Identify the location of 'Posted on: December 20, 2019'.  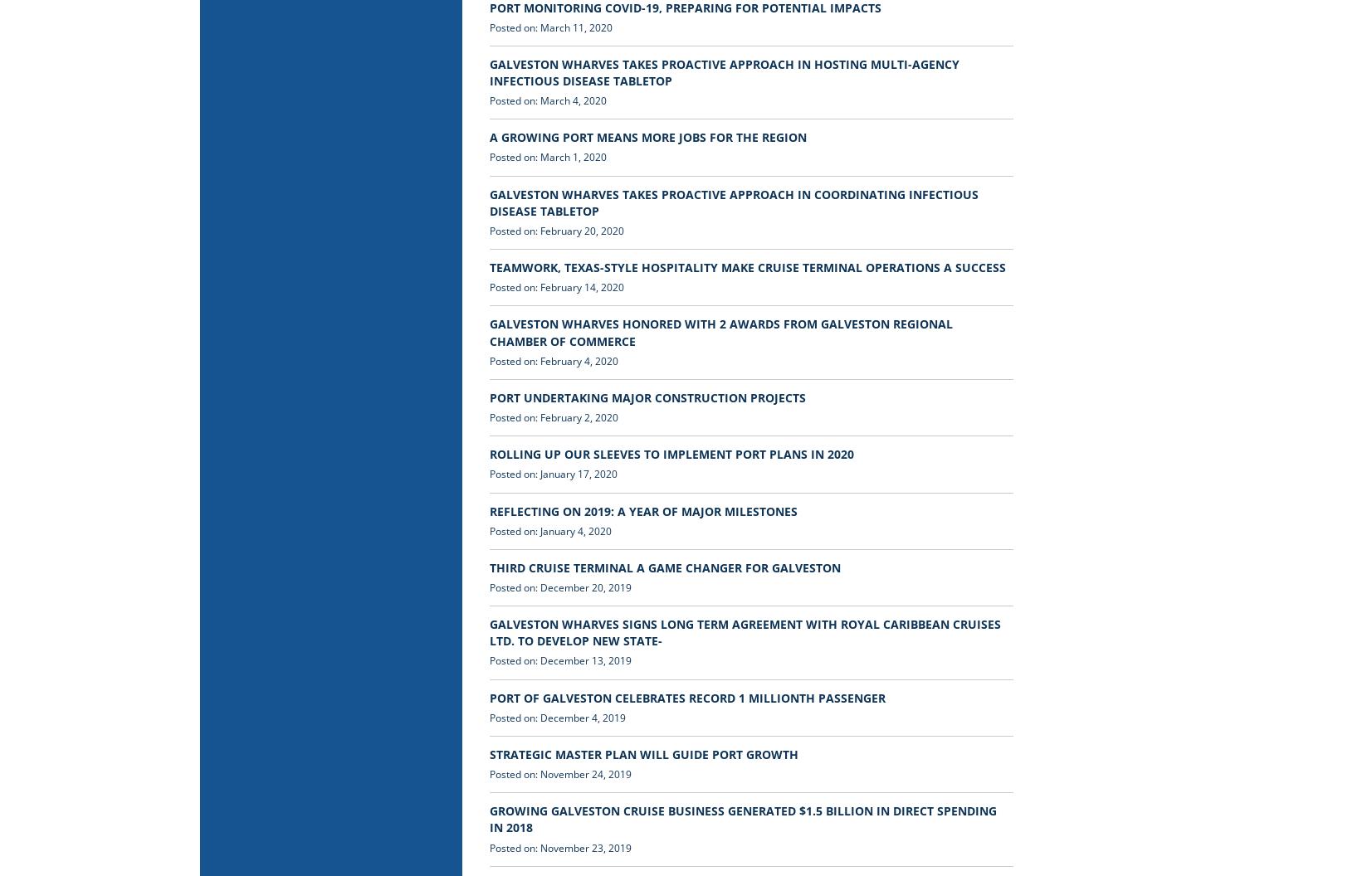
(559, 586).